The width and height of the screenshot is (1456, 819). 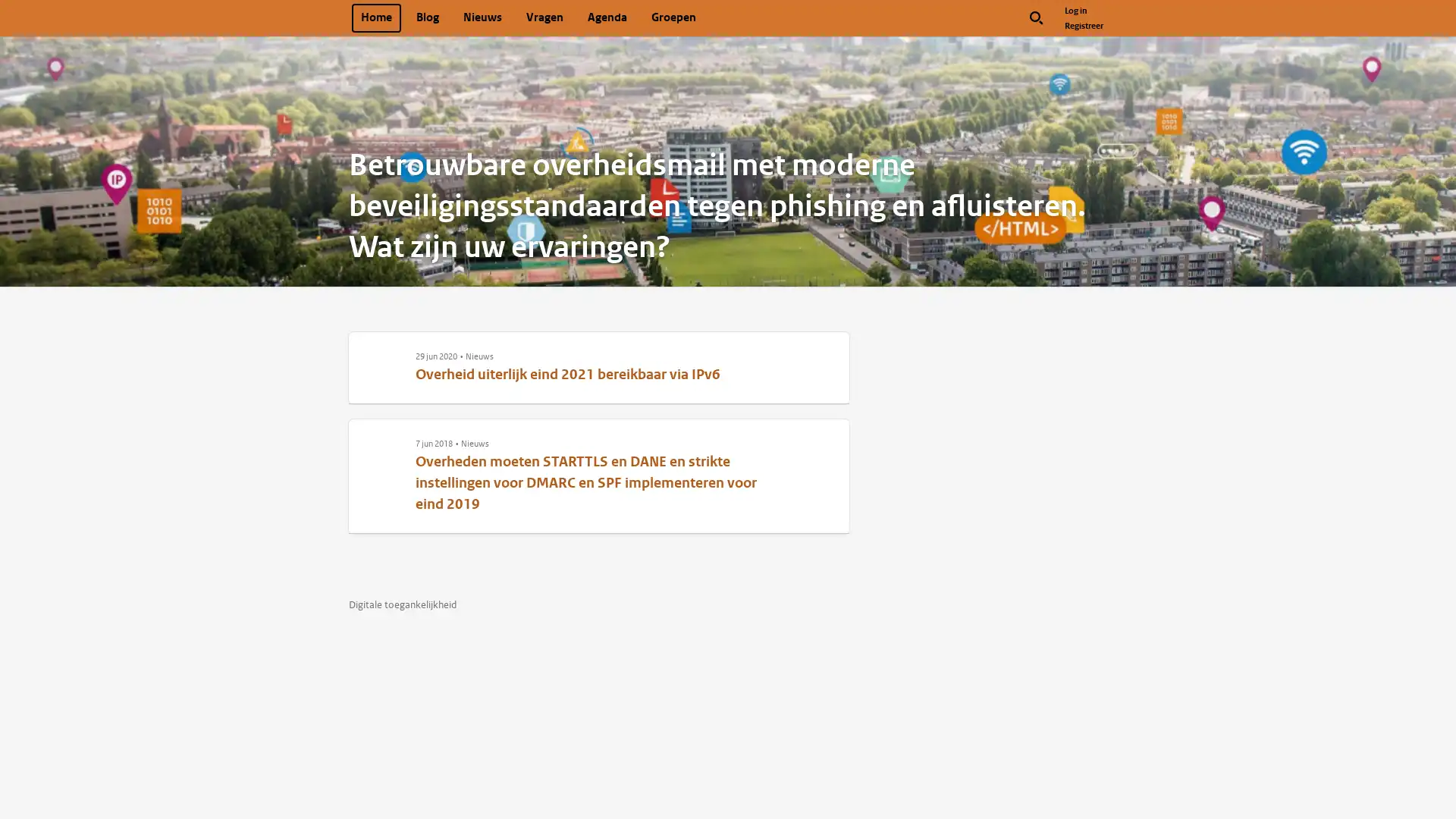 What do you see at coordinates (1036, 17) in the screenshot?
I see `Zoek` at bounding box center [1036, 17].